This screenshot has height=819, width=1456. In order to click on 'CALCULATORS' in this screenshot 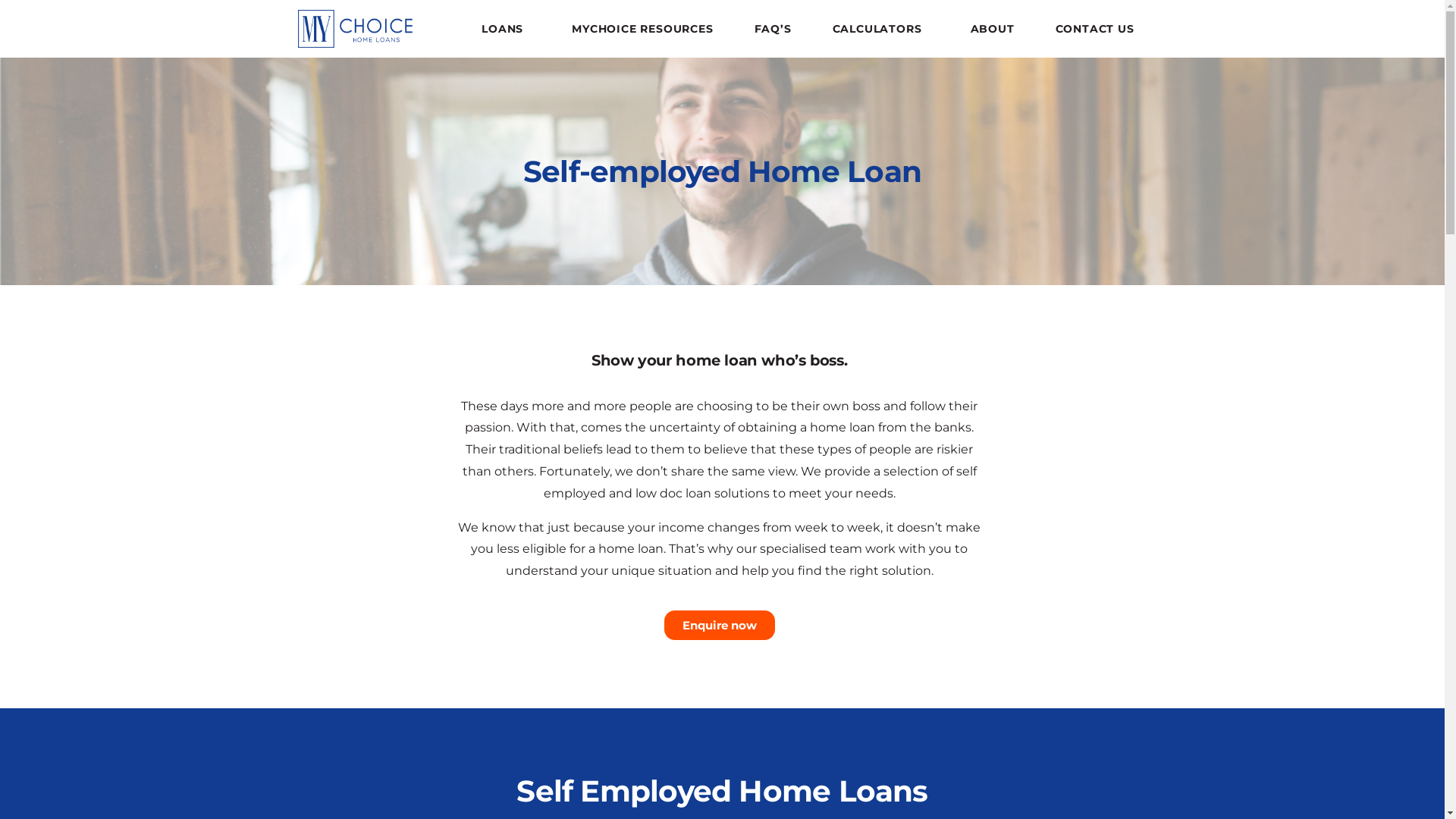, I will do `click(880, 29)`.